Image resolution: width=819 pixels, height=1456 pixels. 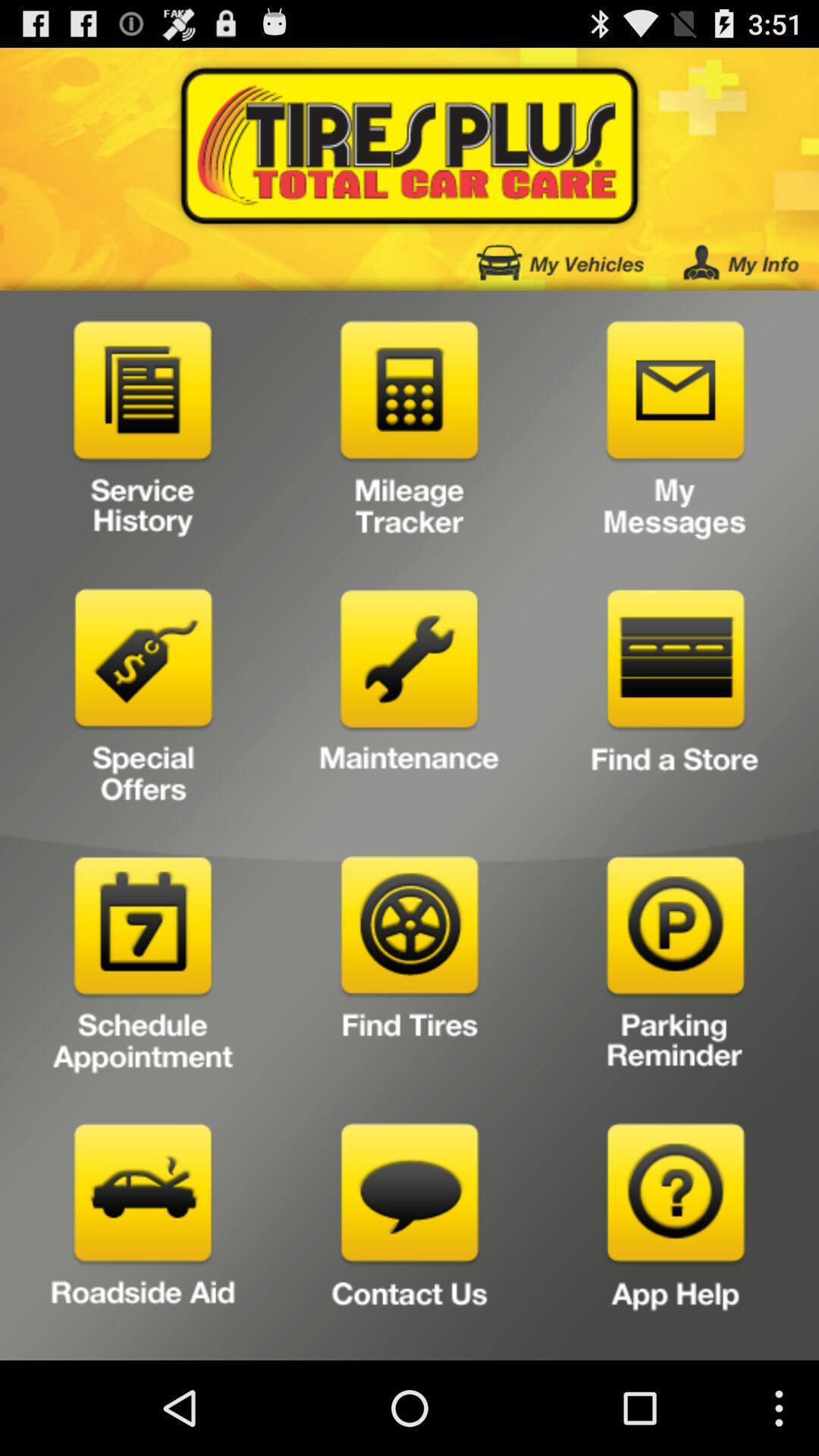 I want to click on read messages, so click(x=675, y=433).